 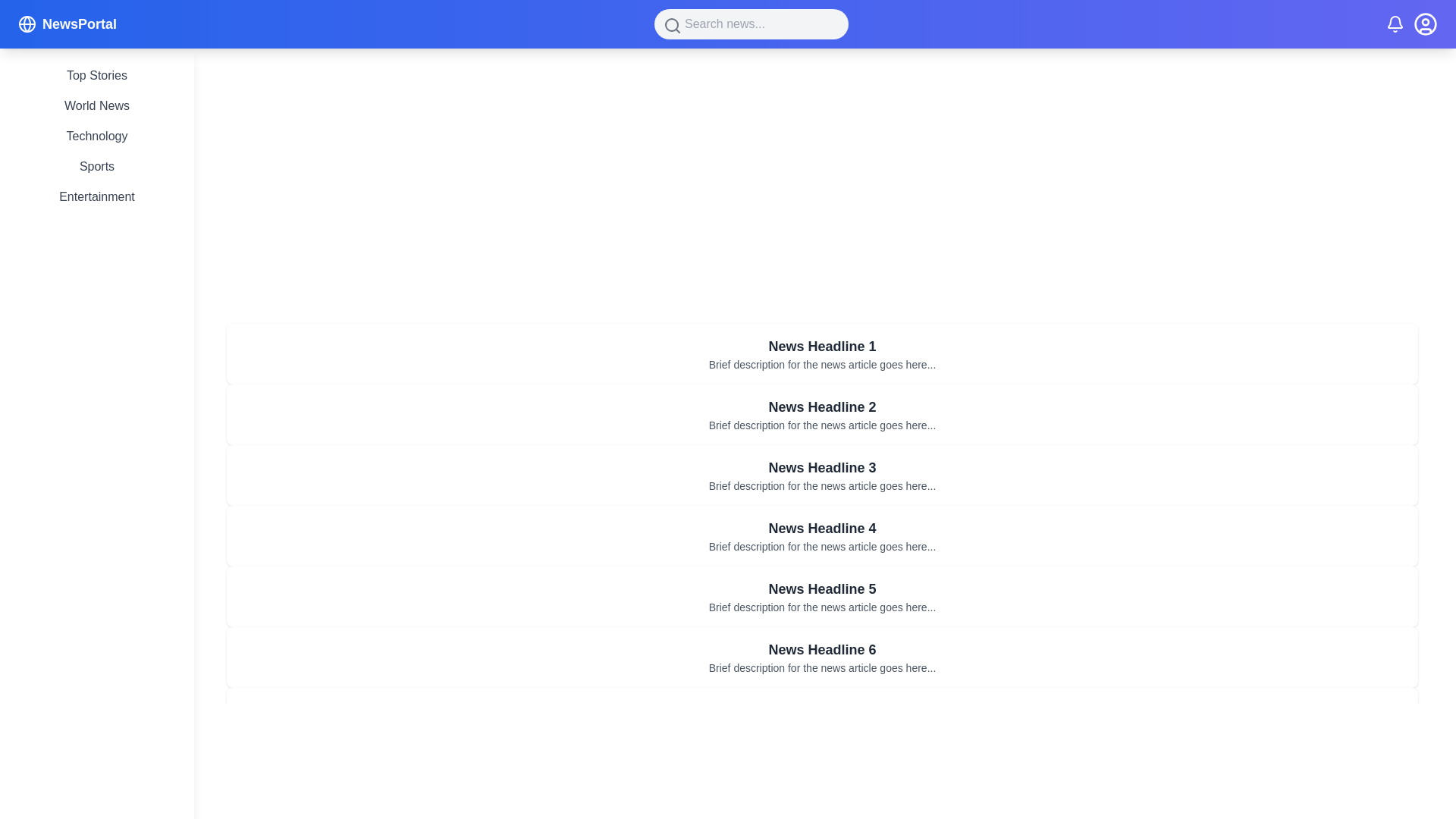 I want to click on the Text Display that provides a summary or teaser for the news article, located beneath 'News Headline 2', so click(x=821, y=425).